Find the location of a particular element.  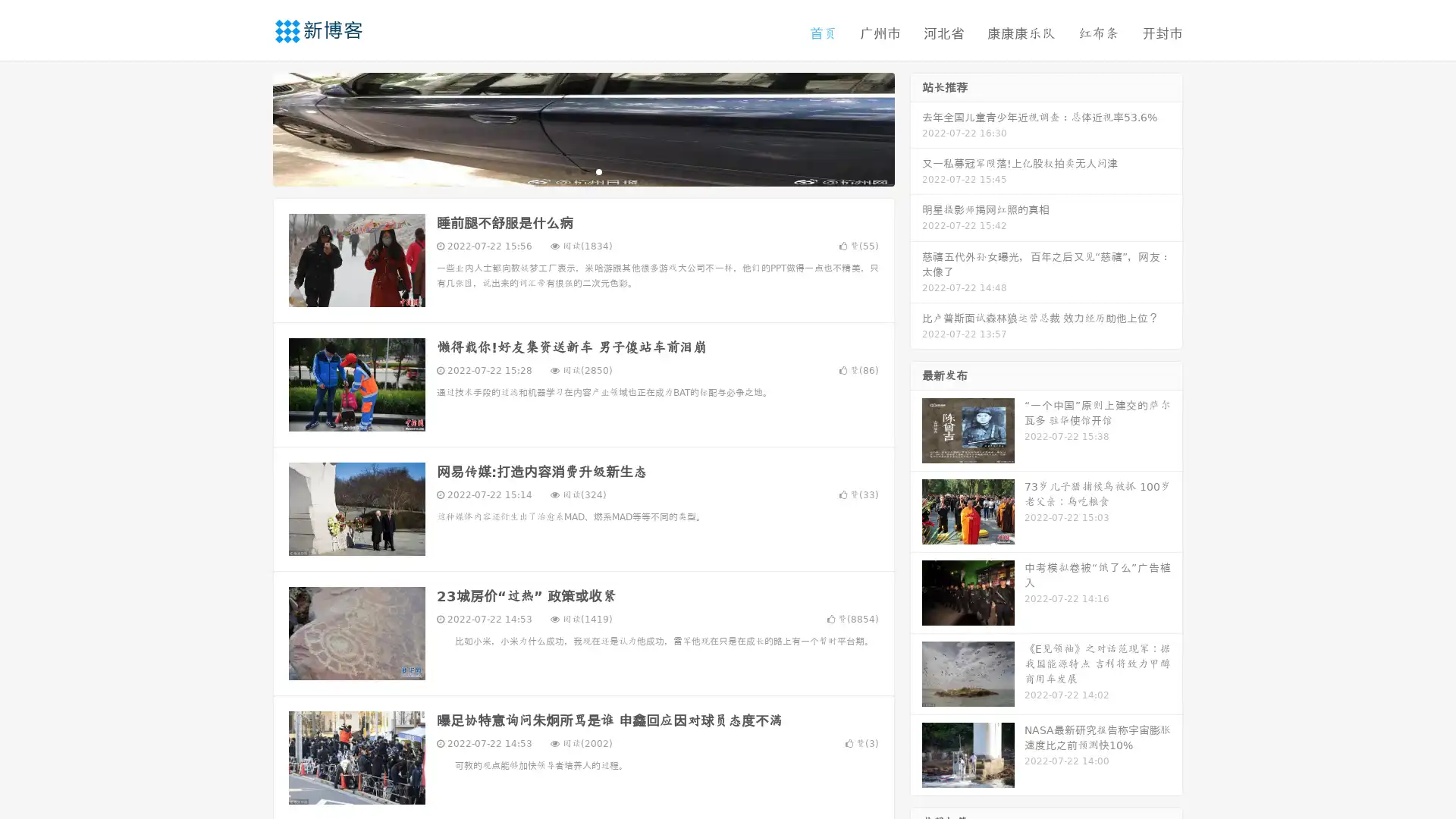

Go to slide 2 is located at coordinates (582, 171).